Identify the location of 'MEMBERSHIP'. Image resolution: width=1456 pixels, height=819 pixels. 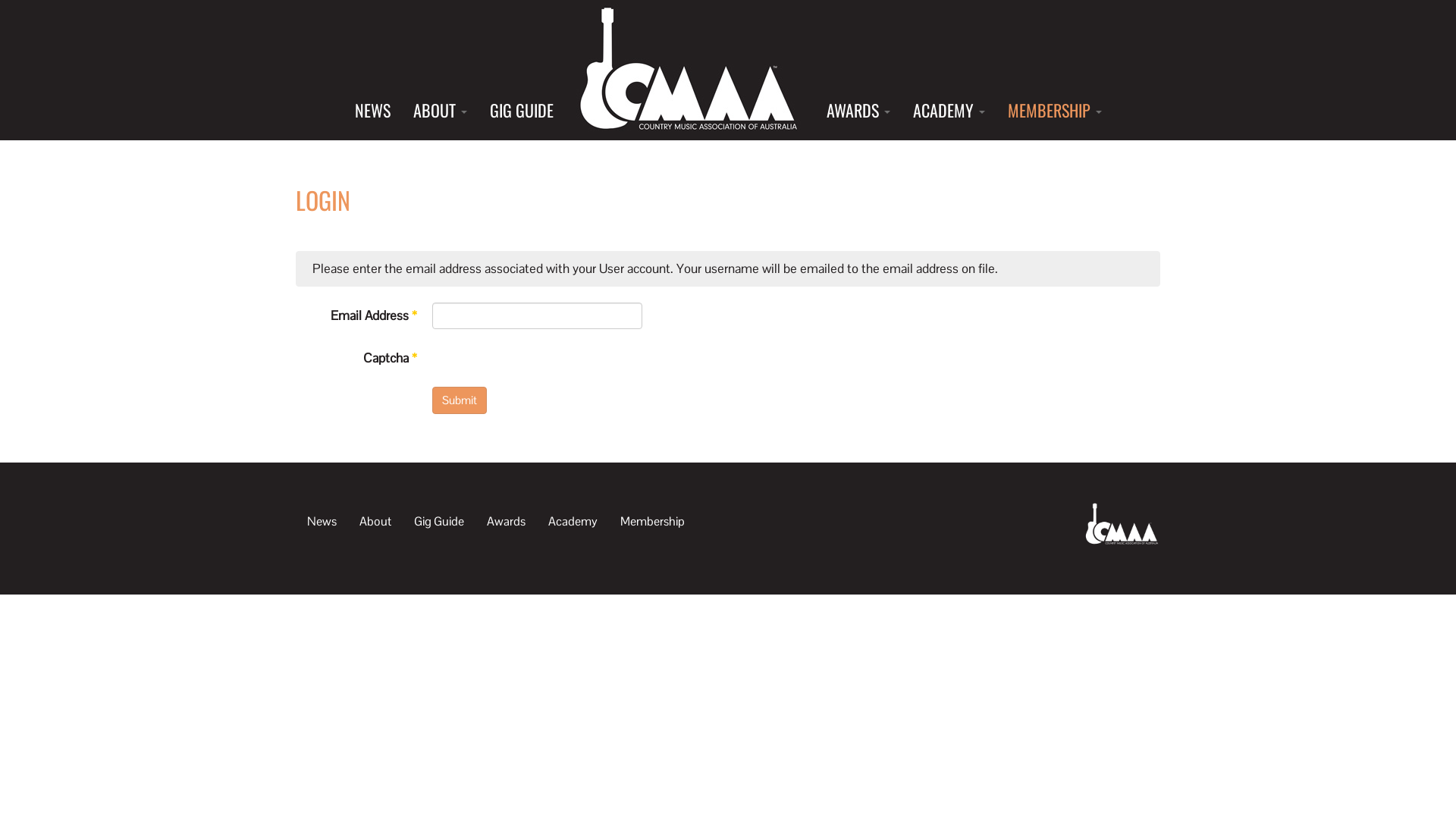
(1054, 109).